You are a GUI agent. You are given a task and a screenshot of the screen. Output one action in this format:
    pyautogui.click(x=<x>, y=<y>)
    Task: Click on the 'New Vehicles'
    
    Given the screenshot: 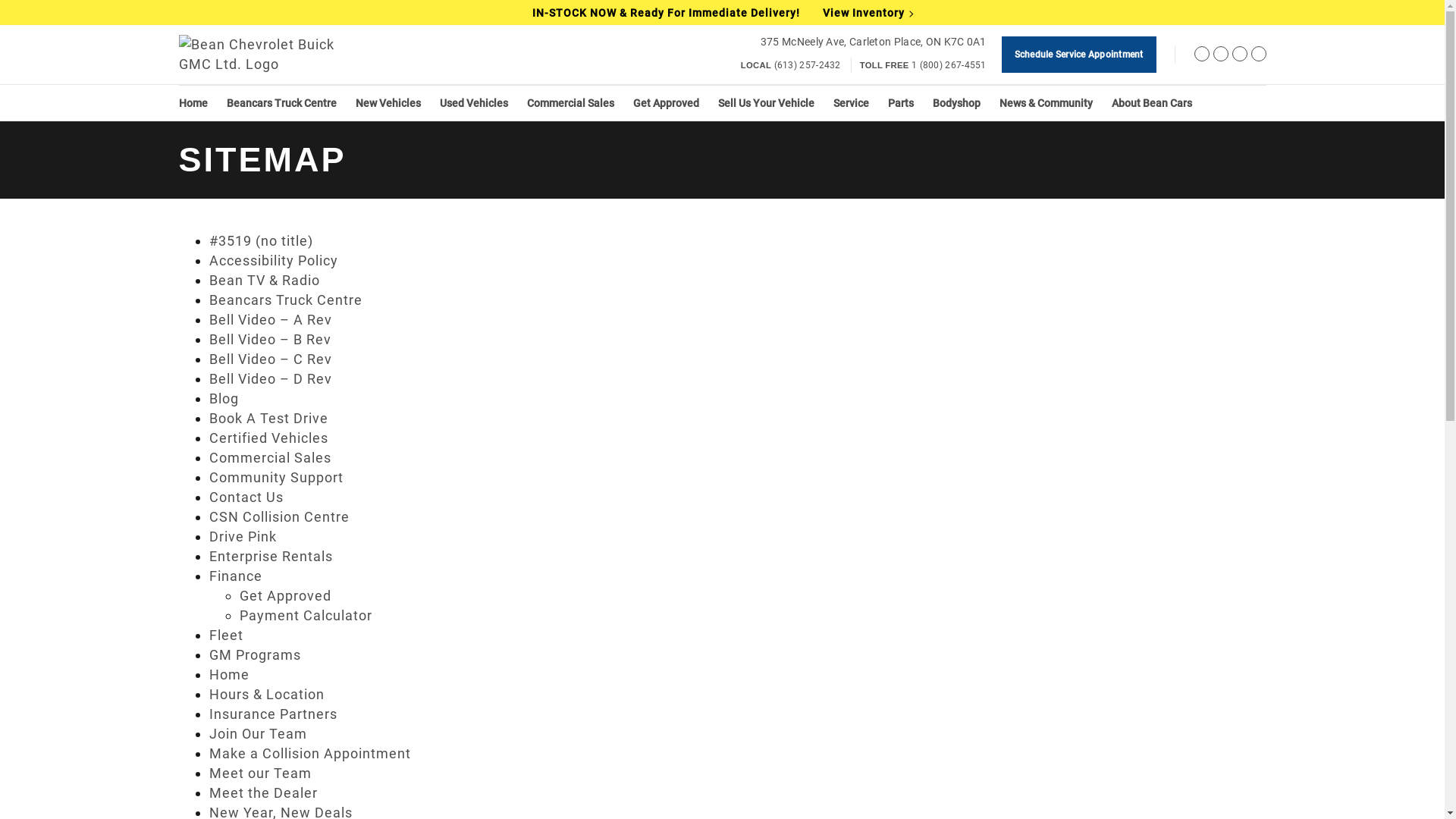 What is the action you would take?
    pyautogui.click(x=387, y=102)
    